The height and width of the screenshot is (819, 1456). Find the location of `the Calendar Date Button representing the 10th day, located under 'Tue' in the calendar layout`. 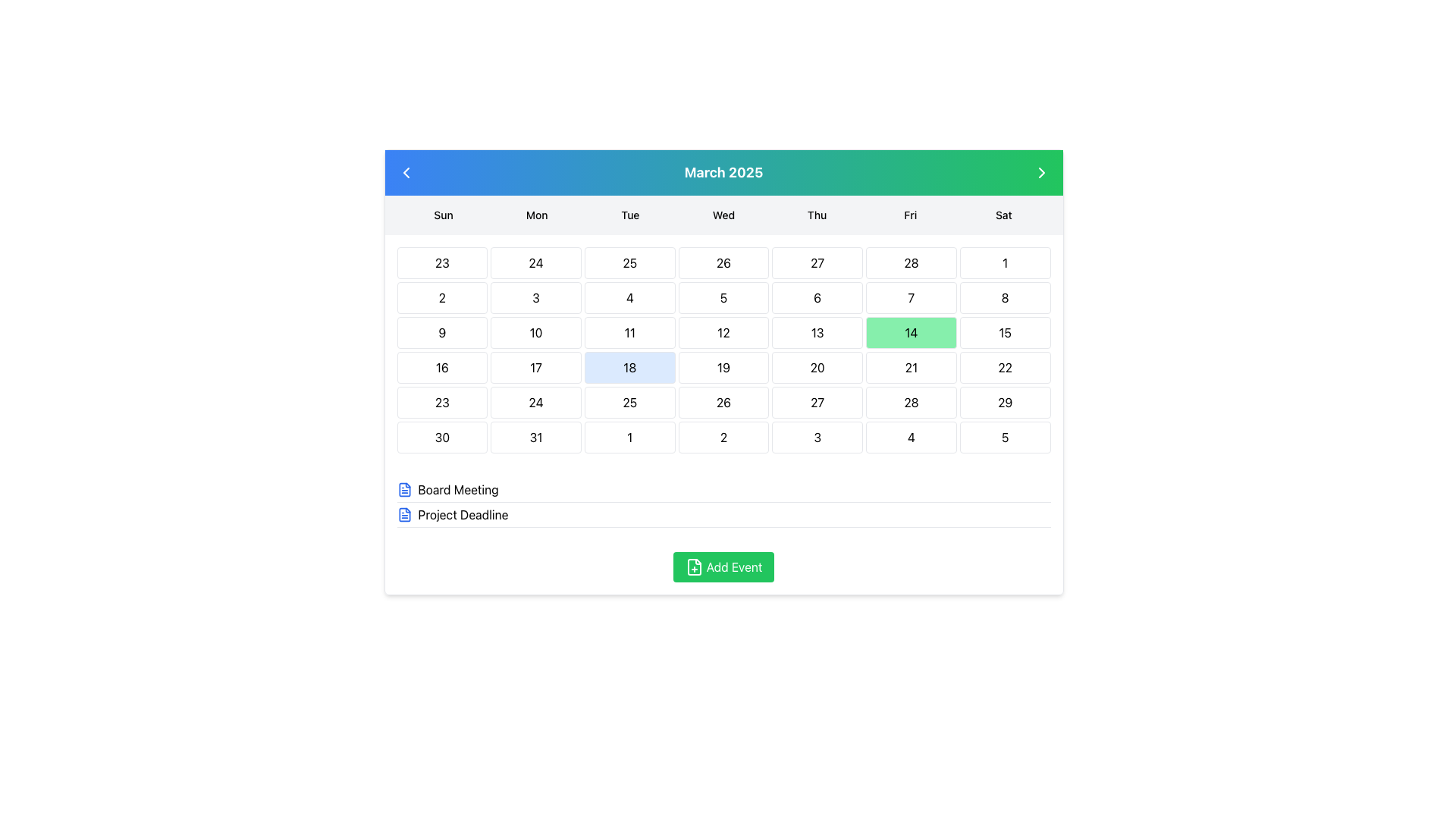

the Calendar Date Button representing the 10th day, located under 'Tue' in the calendar layout is located at coordinates (536, 332).